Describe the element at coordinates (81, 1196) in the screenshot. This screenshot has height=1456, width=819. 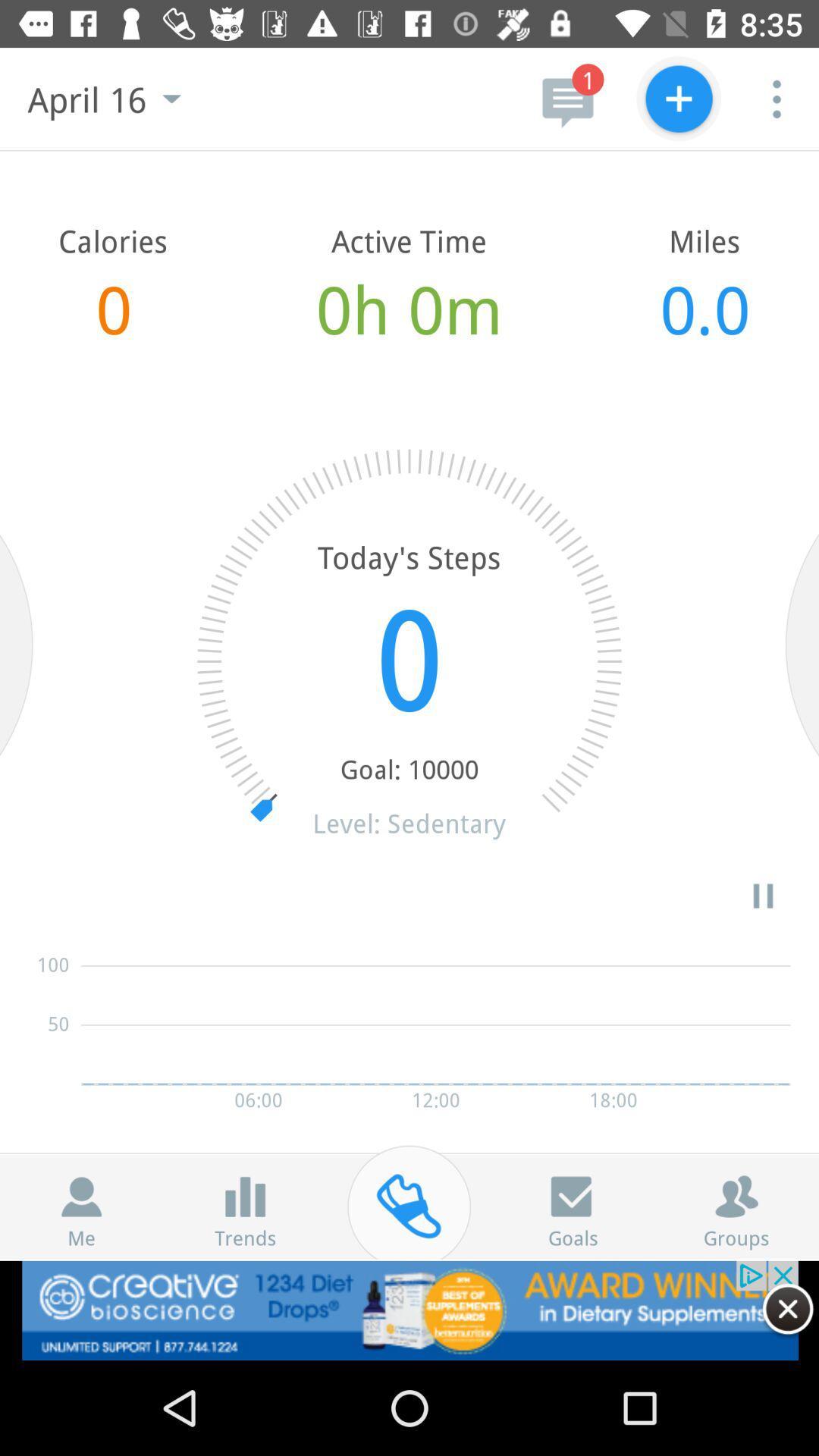
I see `the avatar icon` at that location.